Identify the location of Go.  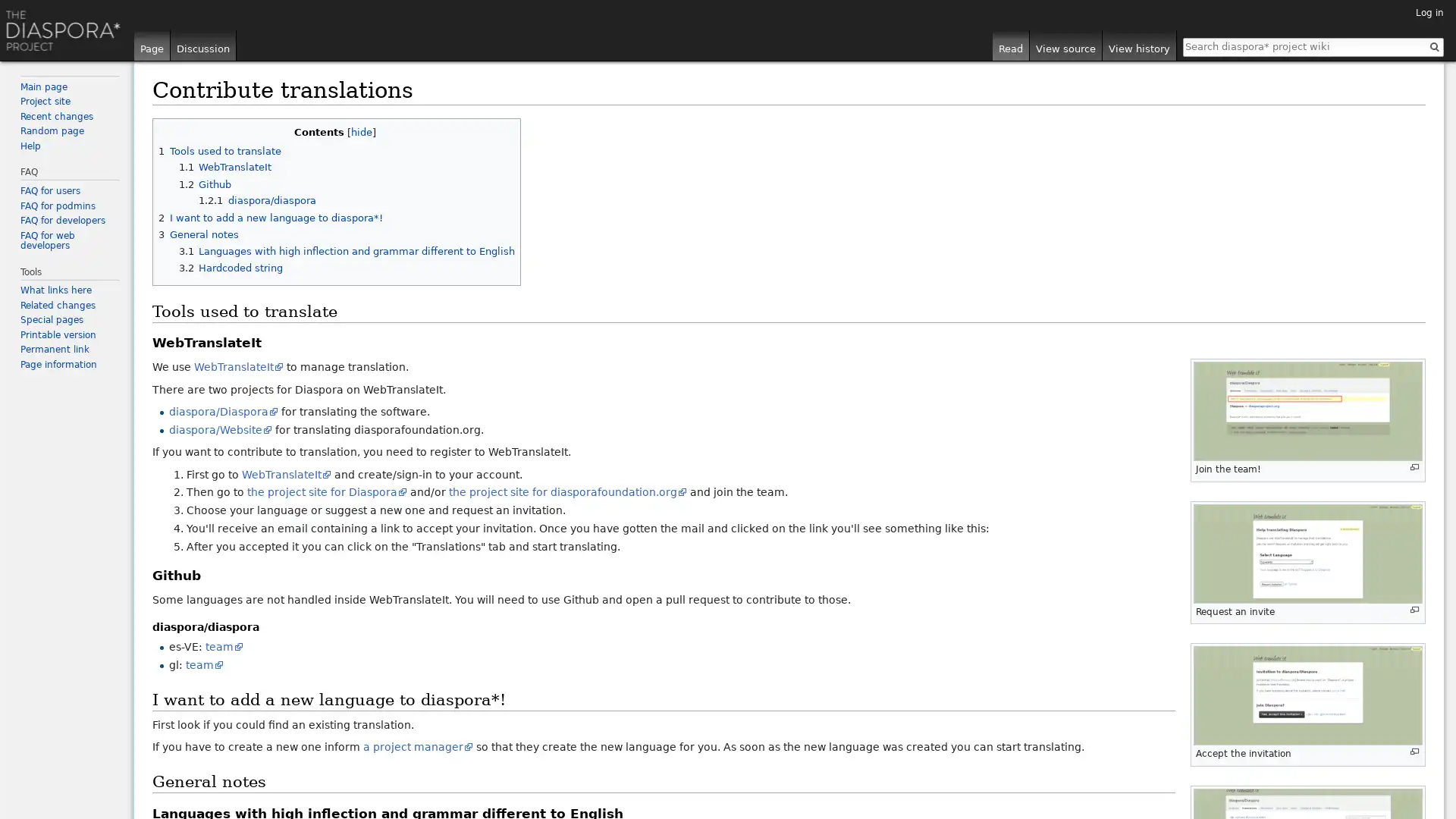
(1433, 45).